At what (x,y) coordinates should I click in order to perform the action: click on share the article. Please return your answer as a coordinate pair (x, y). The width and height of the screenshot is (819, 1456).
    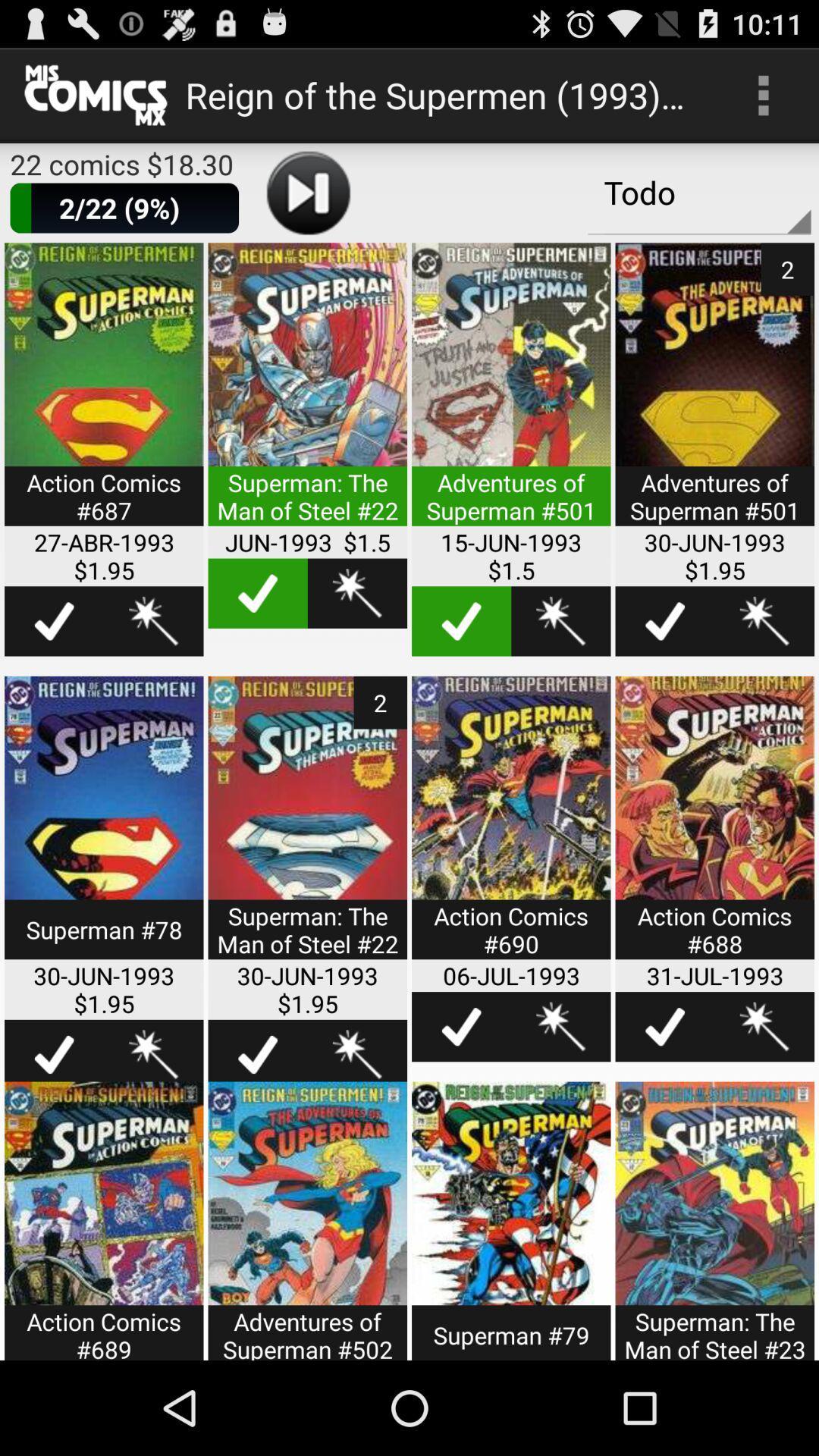
    Looking at the image, I should click on (714, 1221).